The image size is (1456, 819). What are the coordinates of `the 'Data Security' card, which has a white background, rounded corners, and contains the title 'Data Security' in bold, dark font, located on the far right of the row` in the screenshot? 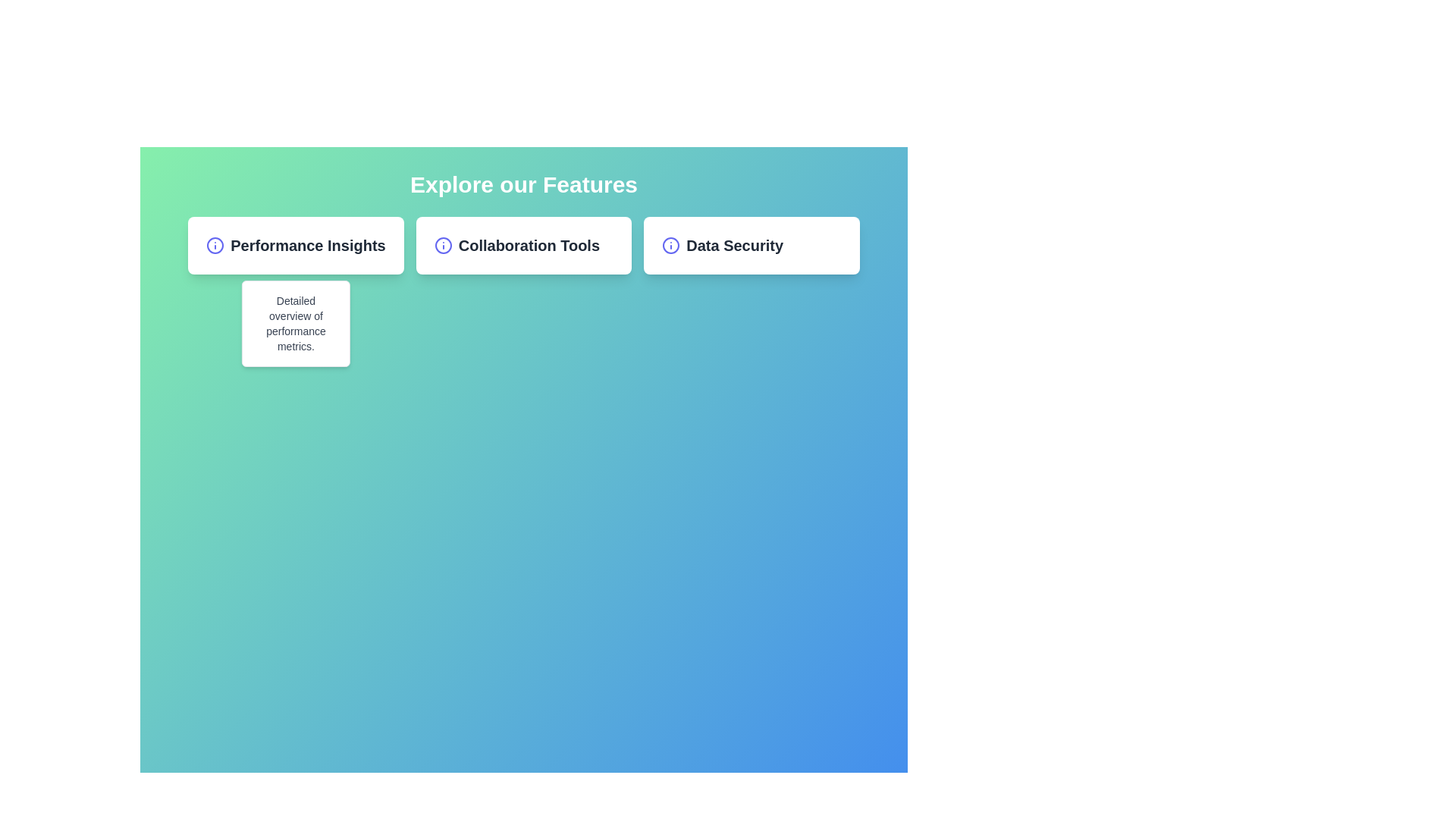 It's located at (752, 245).